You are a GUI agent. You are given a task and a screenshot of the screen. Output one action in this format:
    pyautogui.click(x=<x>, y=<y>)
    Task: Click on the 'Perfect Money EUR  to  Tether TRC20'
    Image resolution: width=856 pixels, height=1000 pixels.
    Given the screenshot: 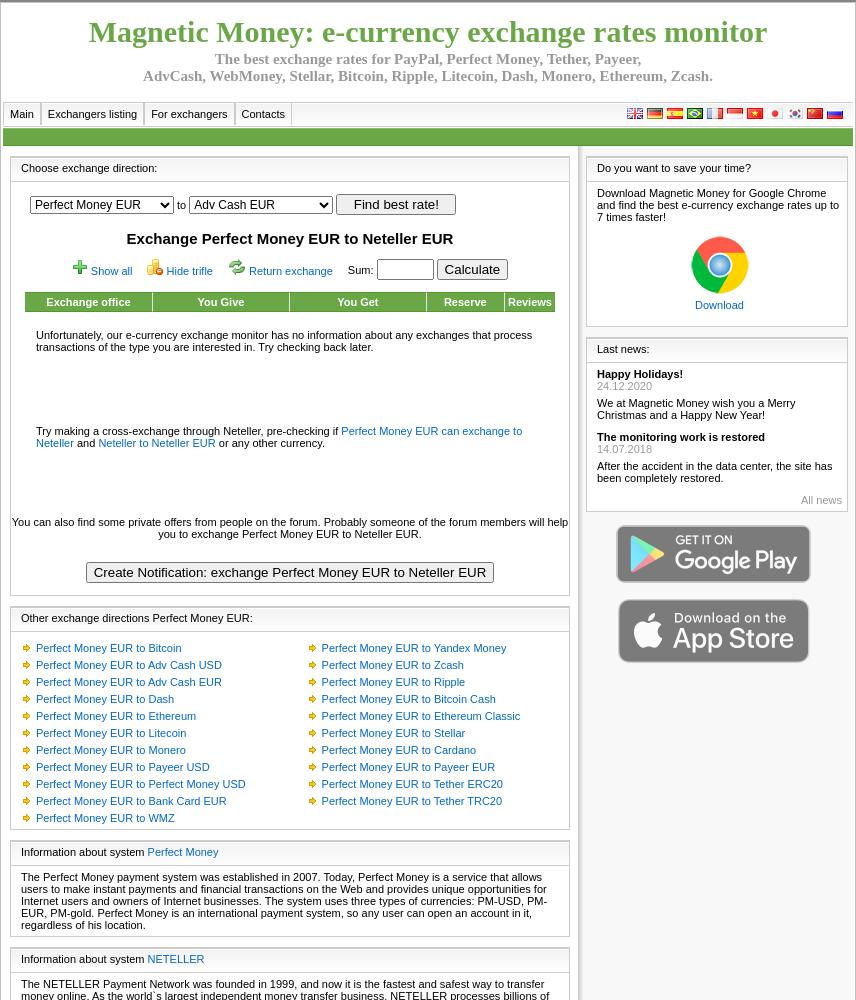 What is the action you would take?
    pyautogui.click(x=321, y=801)
    